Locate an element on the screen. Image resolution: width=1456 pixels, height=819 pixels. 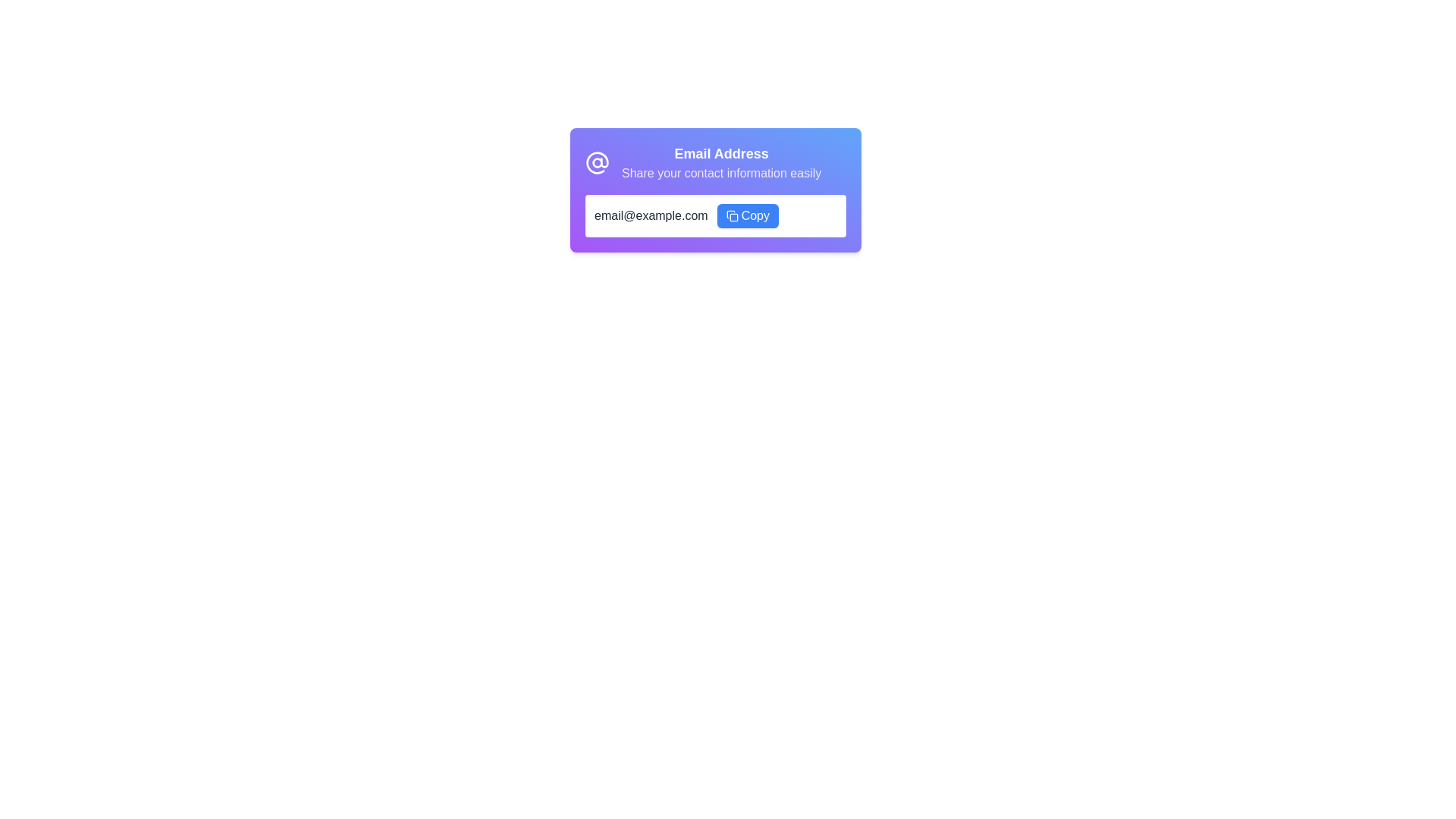
the header text block that indicates the purpose of the card for sharing an email address, located at the top of the card above the email display and copy button is located at coordinates (715, 163).